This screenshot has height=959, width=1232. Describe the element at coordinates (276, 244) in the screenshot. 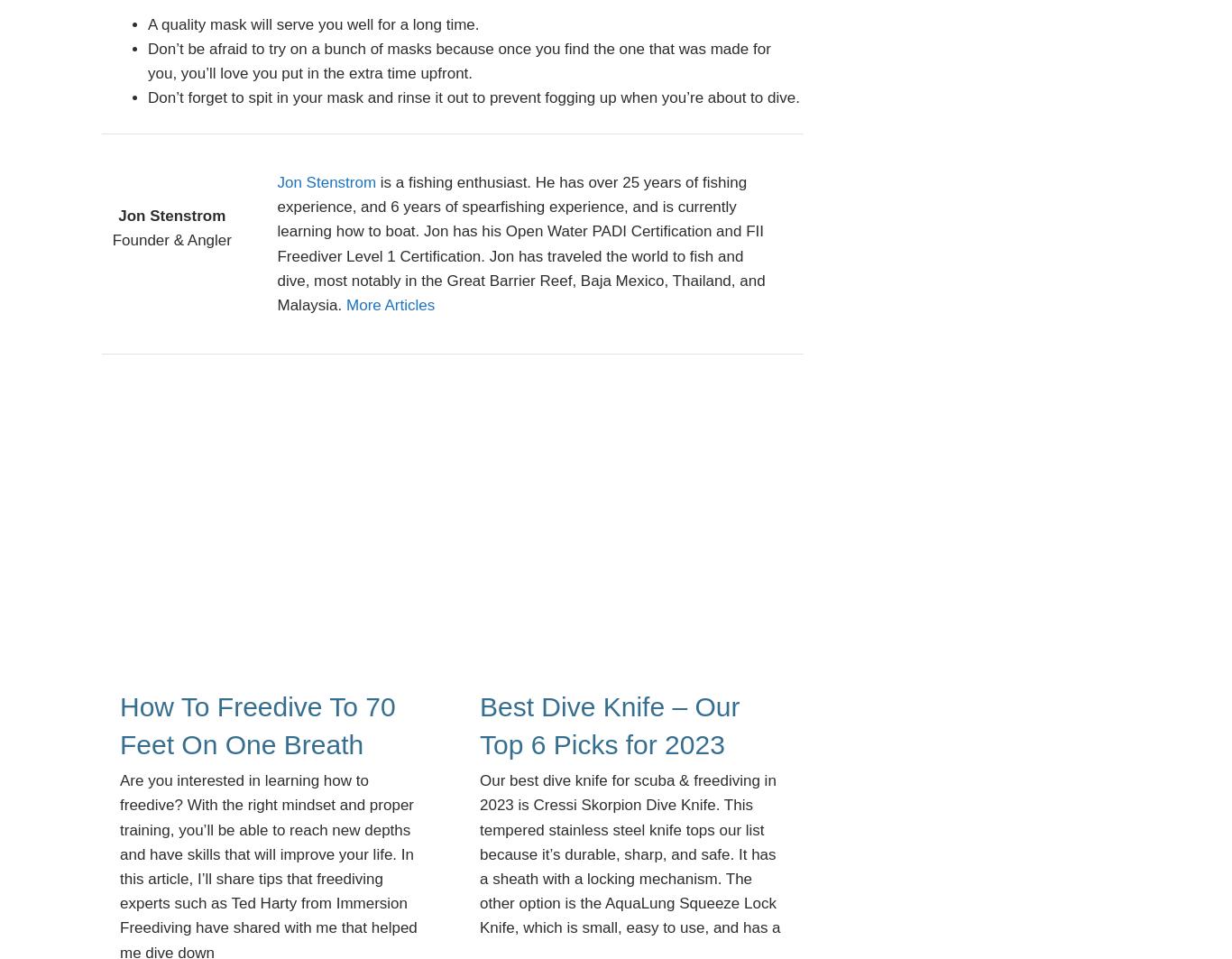

I see `'is a fishing enthusiast. He has over 25 years of fishing experience, and 6 years of spearfishing experience, and is currently learning how to boat. Jon has his Open Water PADI Certification and FII Freediver Level 1 Certification. Jon has traveled the world to fish and dive, most notably in the Great Barrier Reef, Baja Mexico, Thailand, and Malaysia.'` at that location.